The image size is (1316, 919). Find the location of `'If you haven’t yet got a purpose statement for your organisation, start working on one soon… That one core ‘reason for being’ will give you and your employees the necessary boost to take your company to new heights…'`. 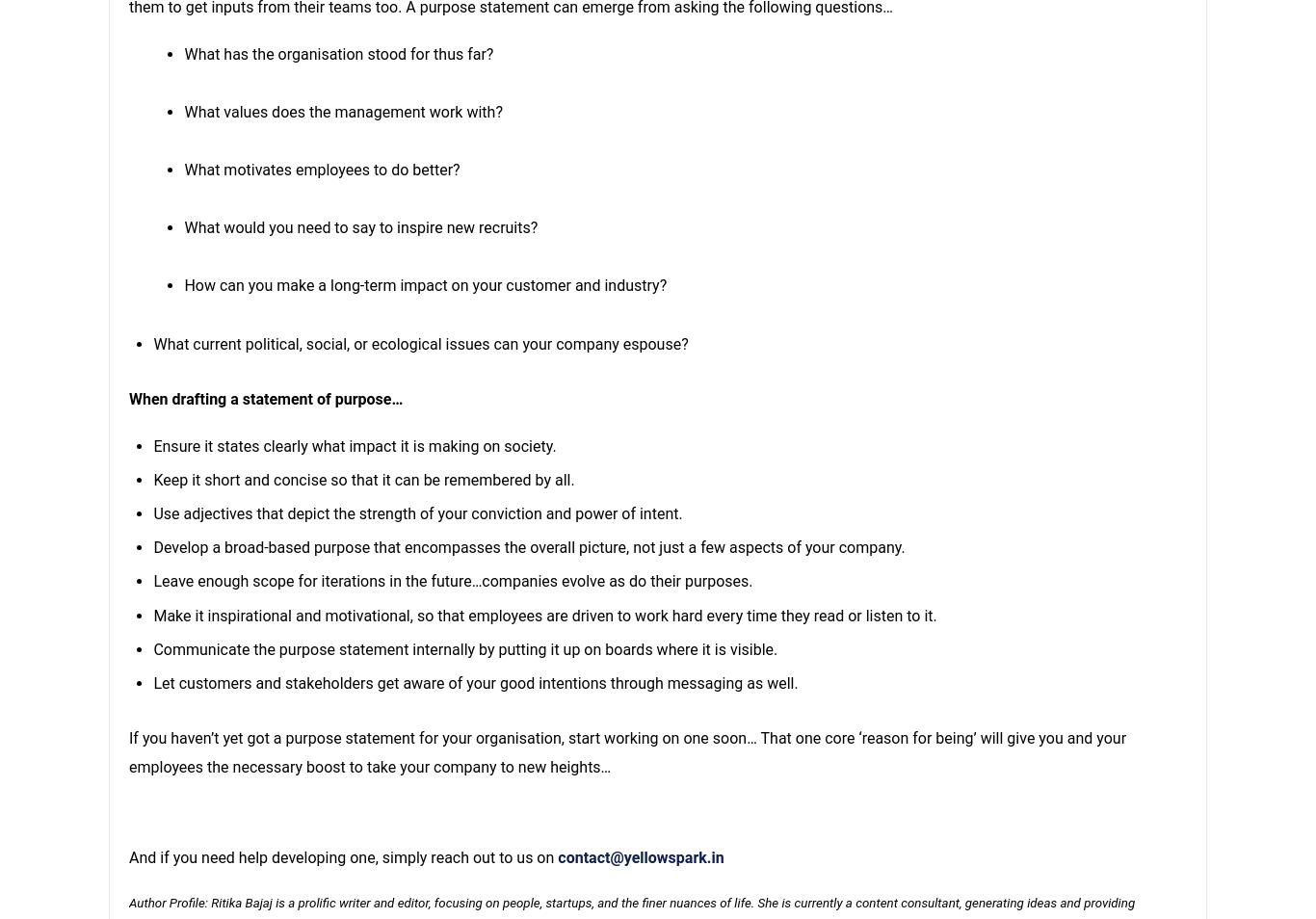

'If you haven’t yet got a purpose statement for your organisation, start working on one soon… That one core ‘reason for being’ will give you and your employees the necessary boost to take your company to new heights…' is located at coordinates (626, 752).